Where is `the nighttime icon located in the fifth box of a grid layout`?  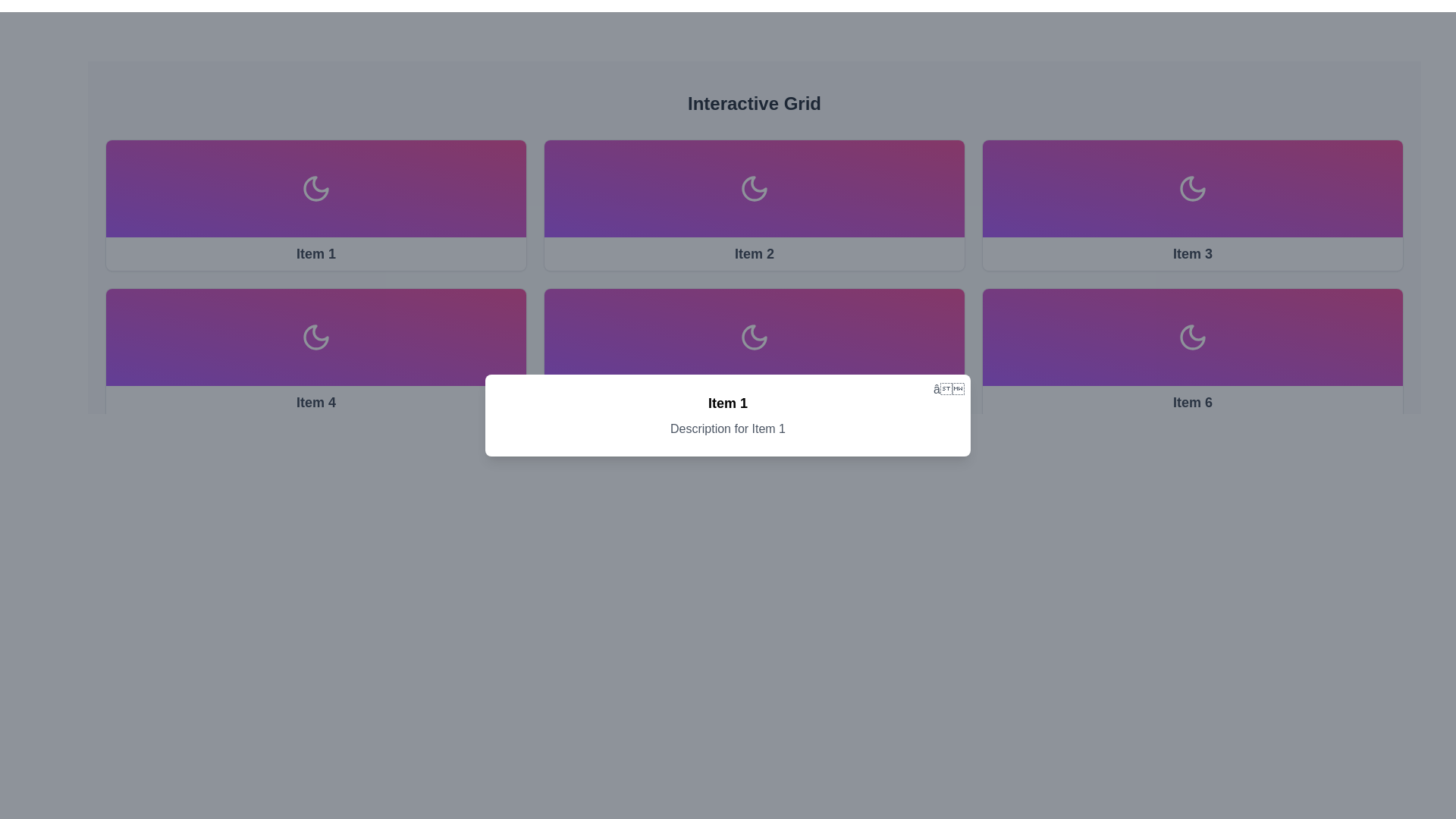
the nighttime icon located in the fifth box of a grid layout is located at coordinates (754, 336).